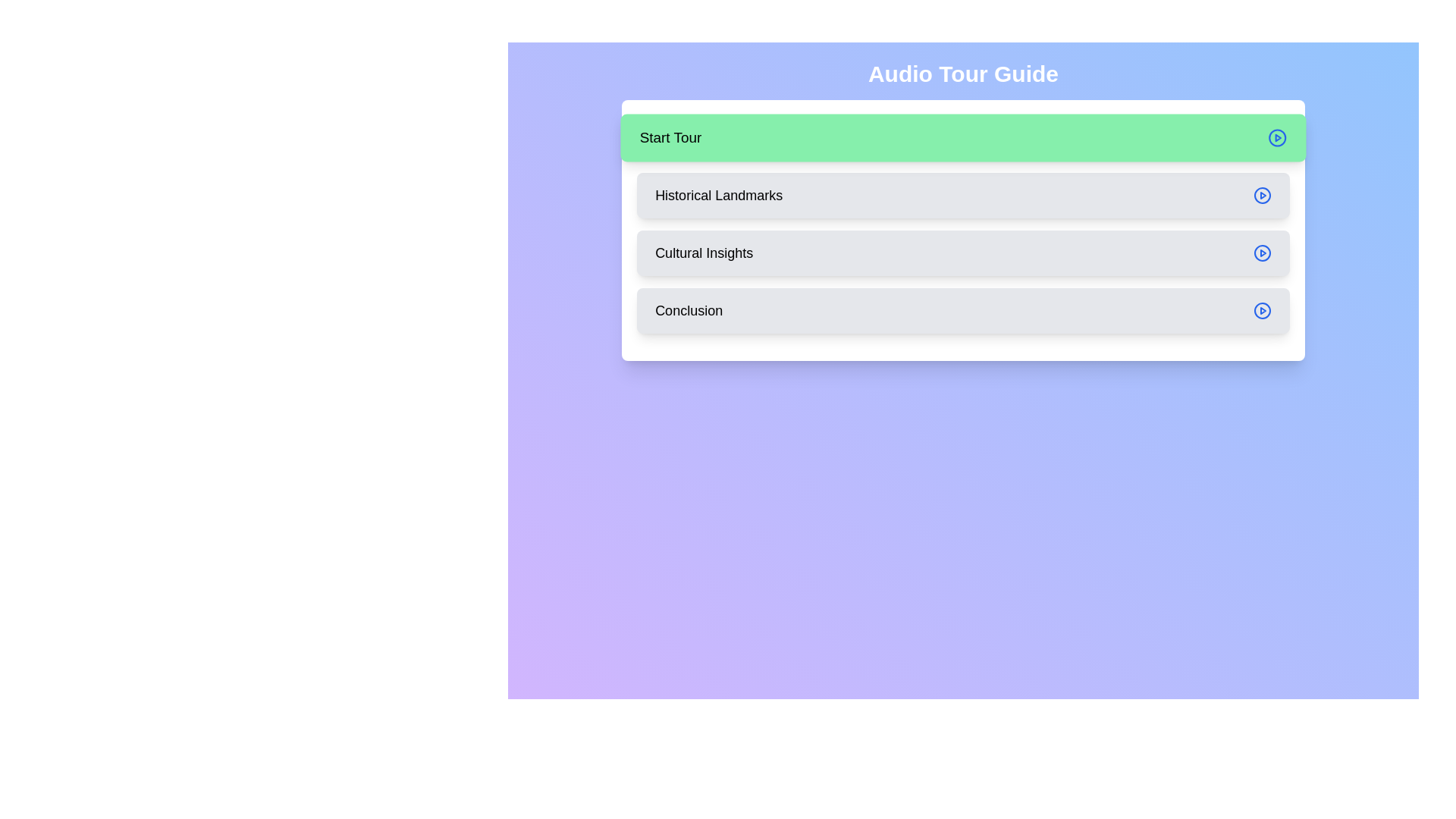 This screenshot has height=819, width=1456. I want to click on the play button associated with the Historical Landmarks step to play its audio, so click(1262, 195).